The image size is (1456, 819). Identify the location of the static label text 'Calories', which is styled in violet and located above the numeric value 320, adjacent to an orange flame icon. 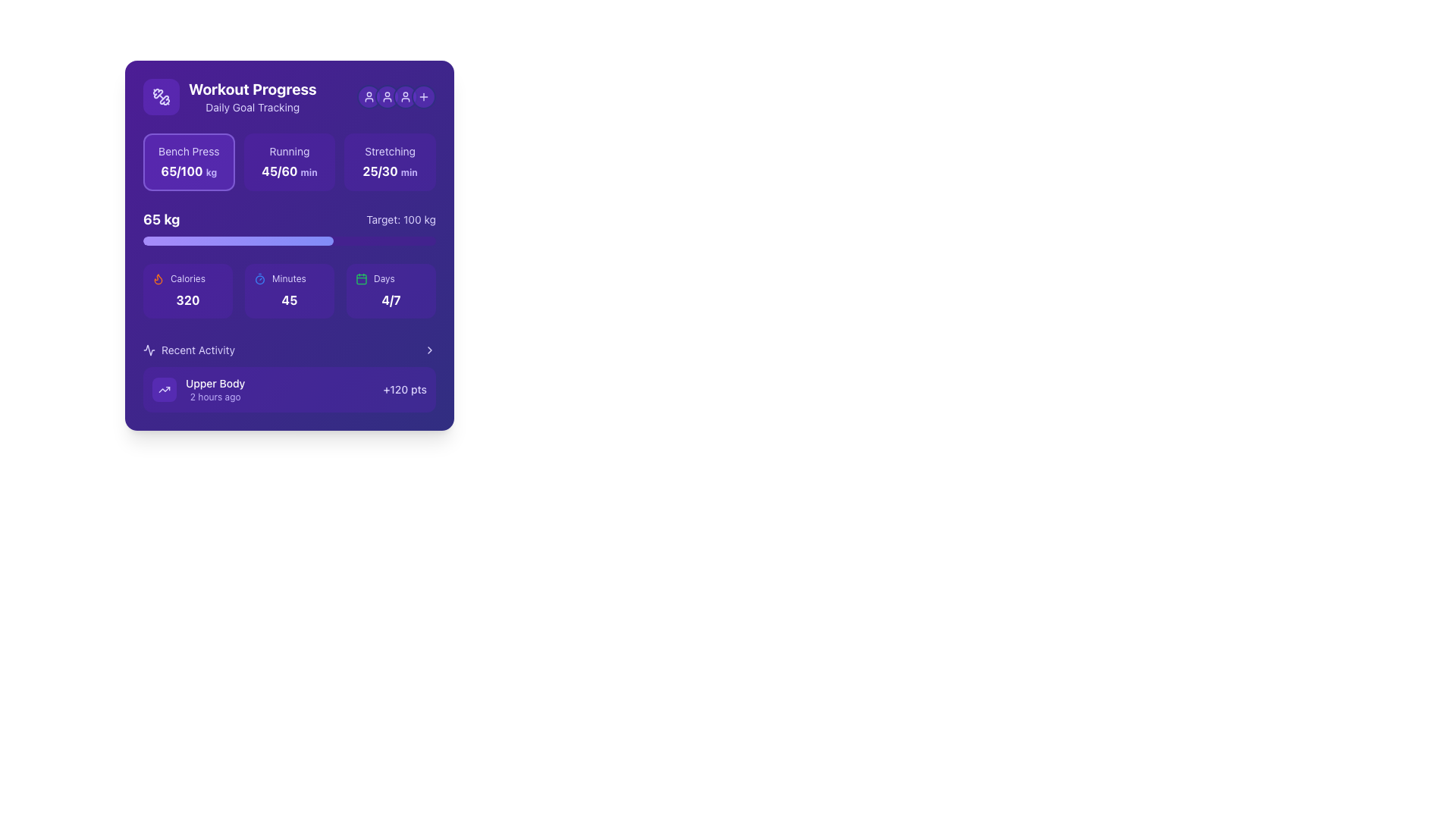
(187, 278).